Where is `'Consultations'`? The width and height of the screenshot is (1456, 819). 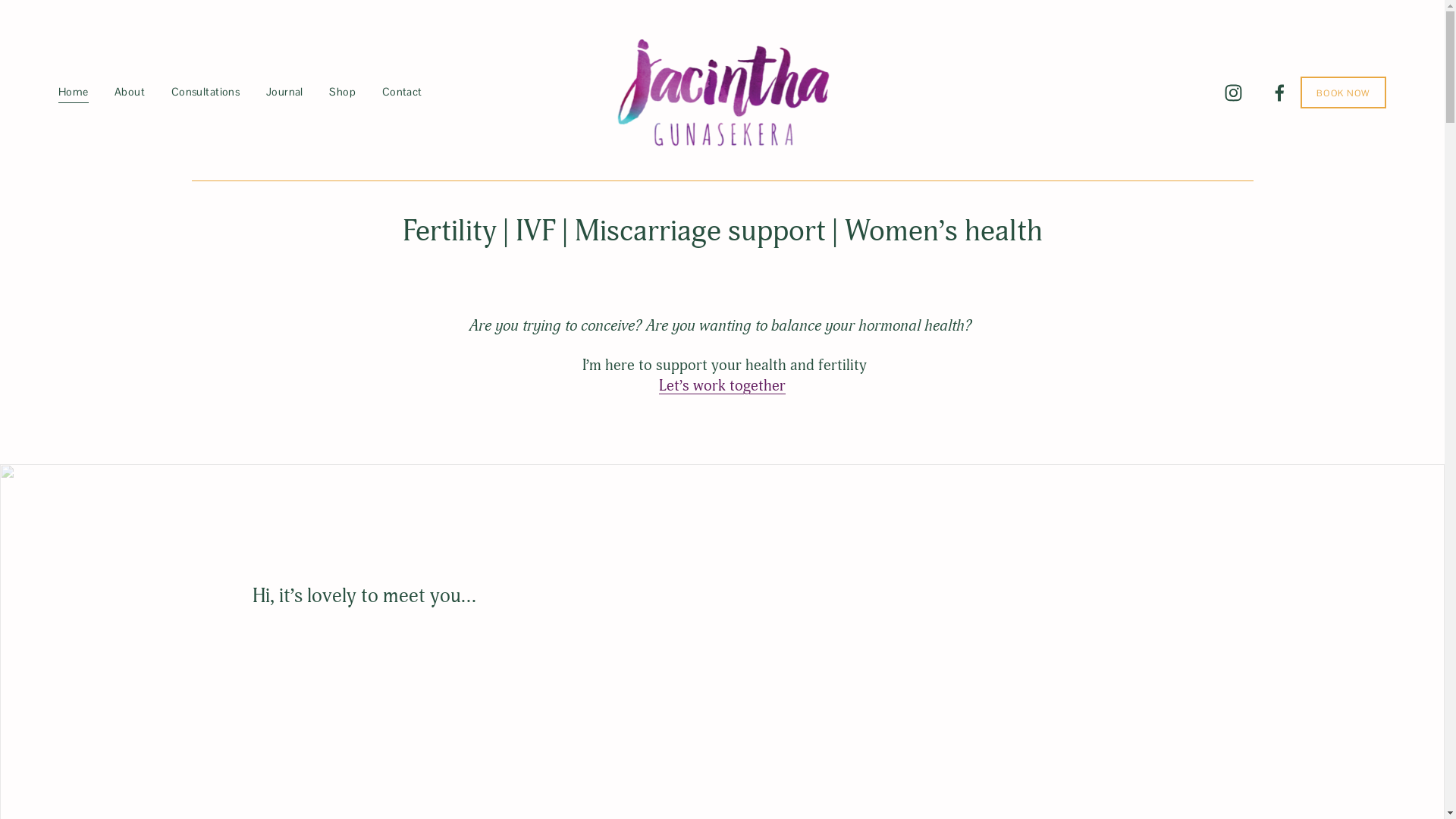
'Consultations' is located at coordinates (171, 93).